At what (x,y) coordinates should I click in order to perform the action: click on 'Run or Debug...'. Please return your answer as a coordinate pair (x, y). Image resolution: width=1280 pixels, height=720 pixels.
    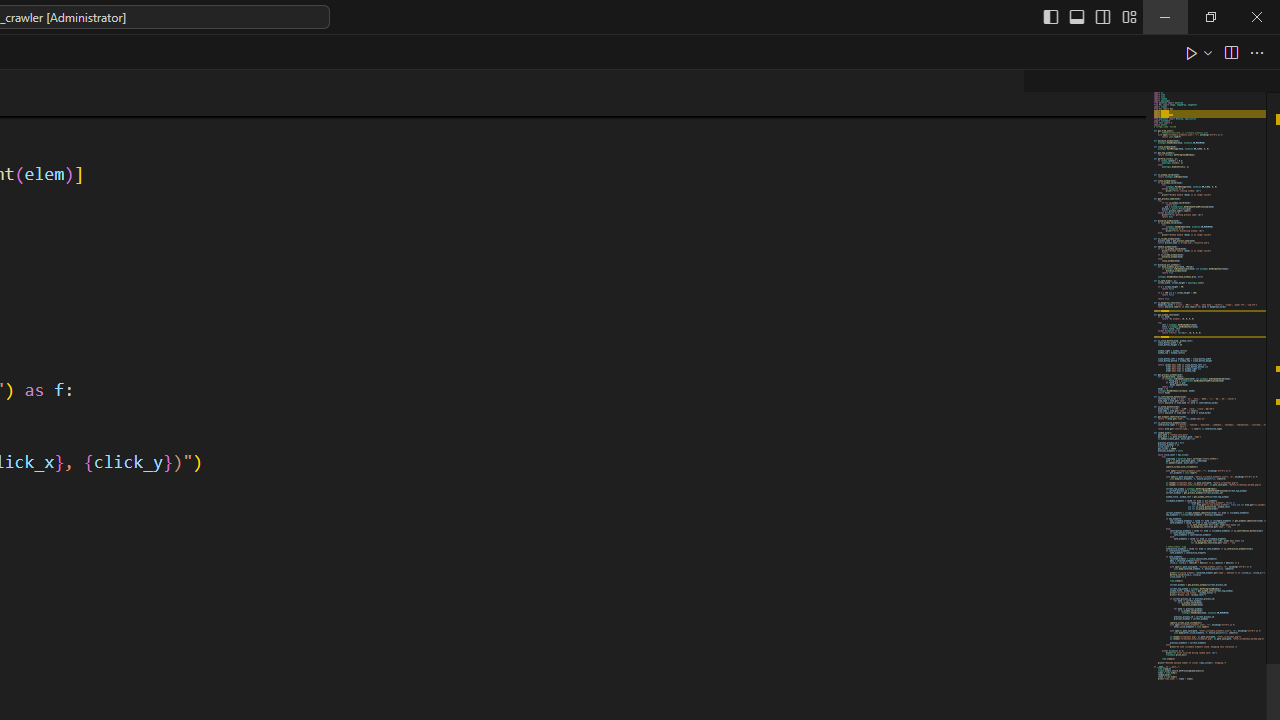
    Looking at the image, I should click on (1207, 51).